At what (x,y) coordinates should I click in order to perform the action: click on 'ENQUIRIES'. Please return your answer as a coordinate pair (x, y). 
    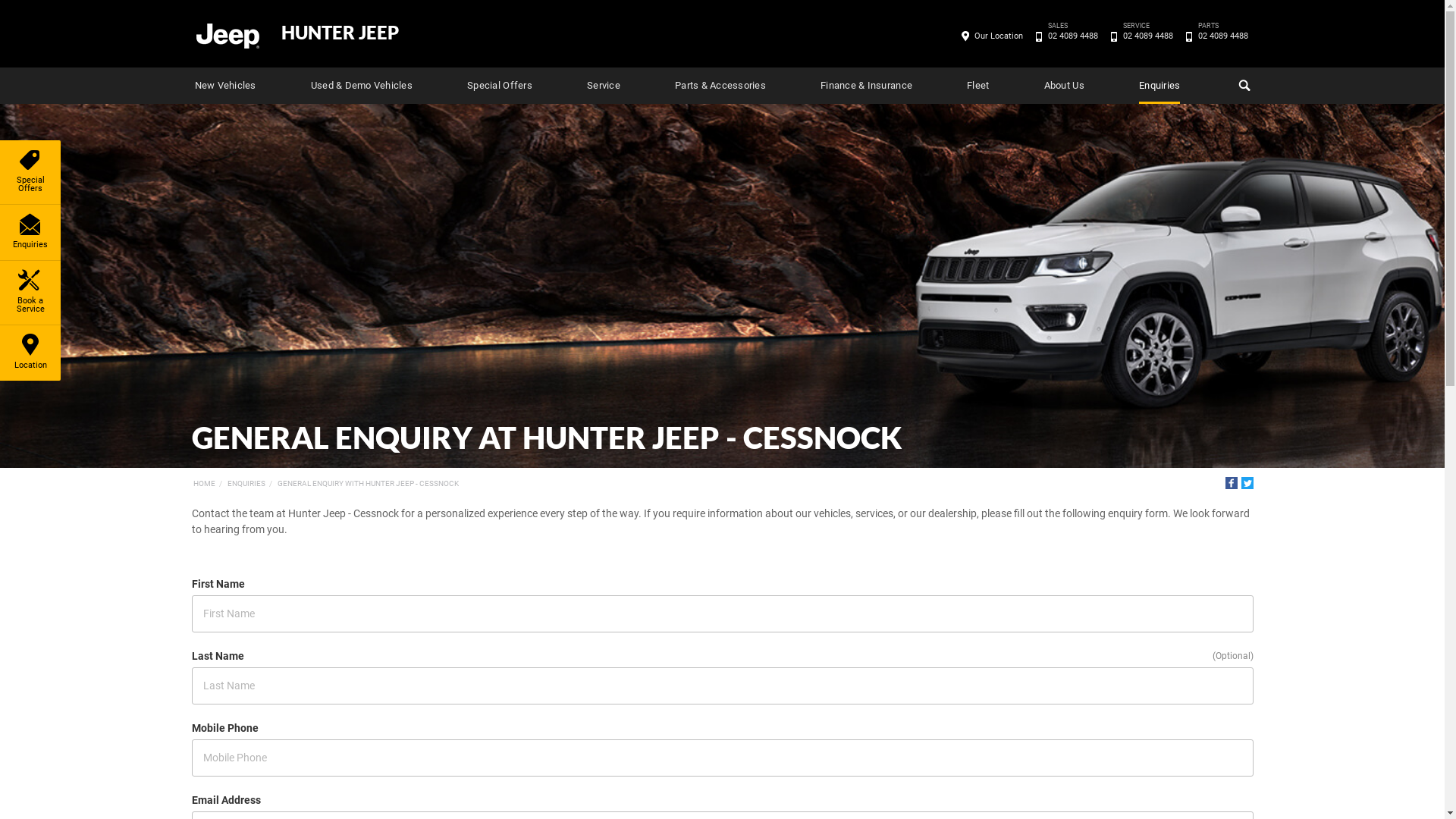
    Looking at the image, I should click on (246, 483).